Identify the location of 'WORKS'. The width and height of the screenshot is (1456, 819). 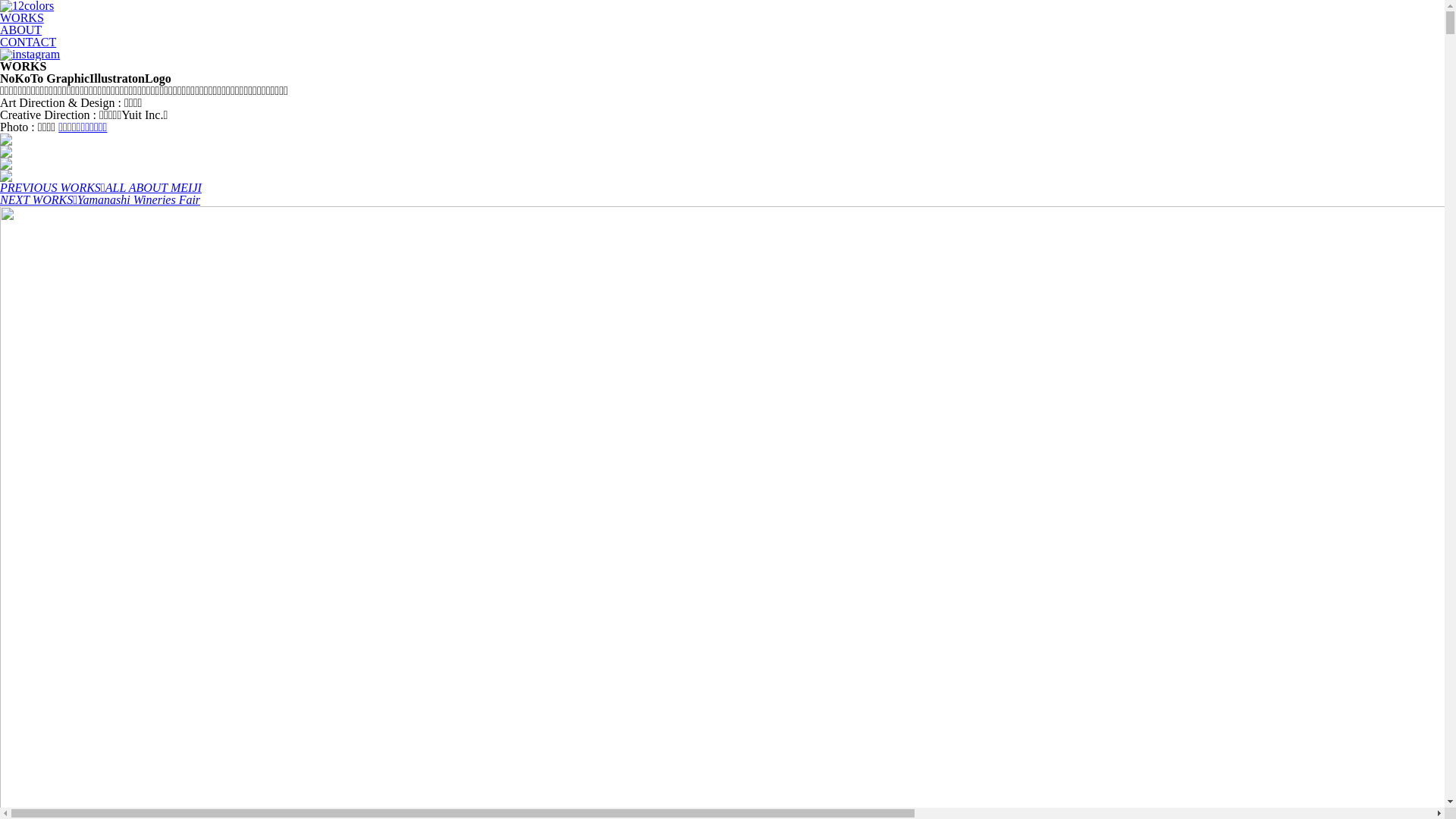
(0, 17).